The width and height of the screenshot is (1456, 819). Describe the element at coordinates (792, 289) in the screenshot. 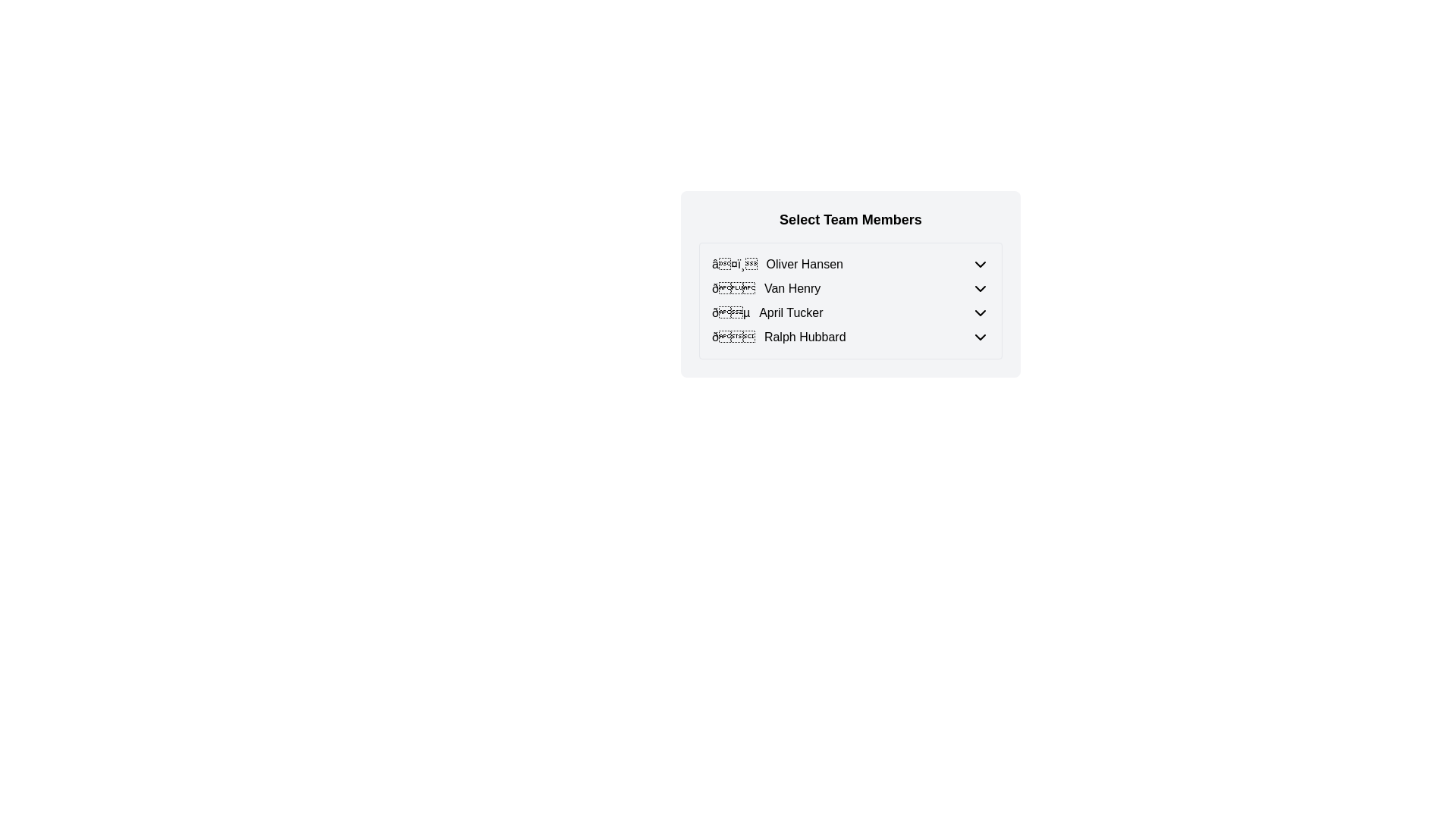

I see `the content of the text label displaying 'Van Henry', which is the second item in the selection list of team members` at that location.